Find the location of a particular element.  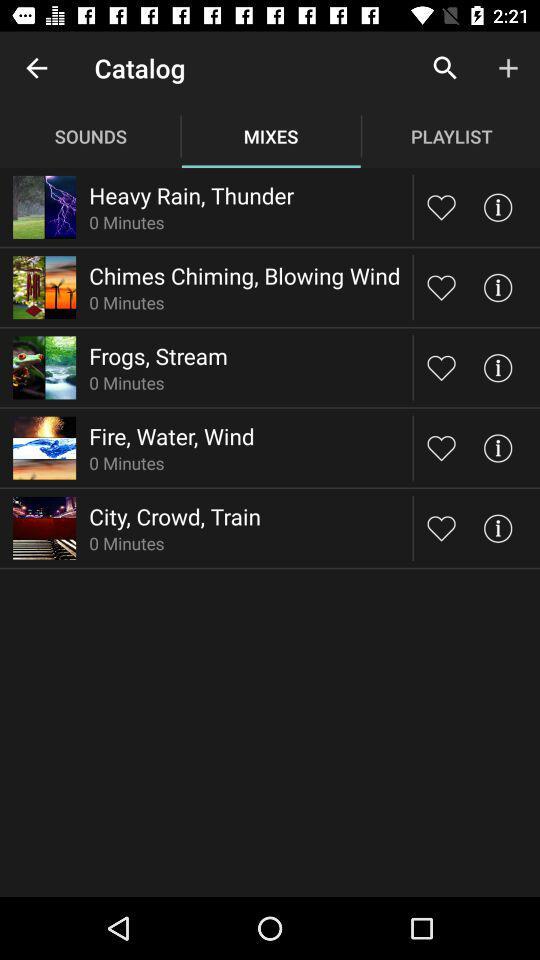

icon next to the mixes is located at coordinates (445, 68).